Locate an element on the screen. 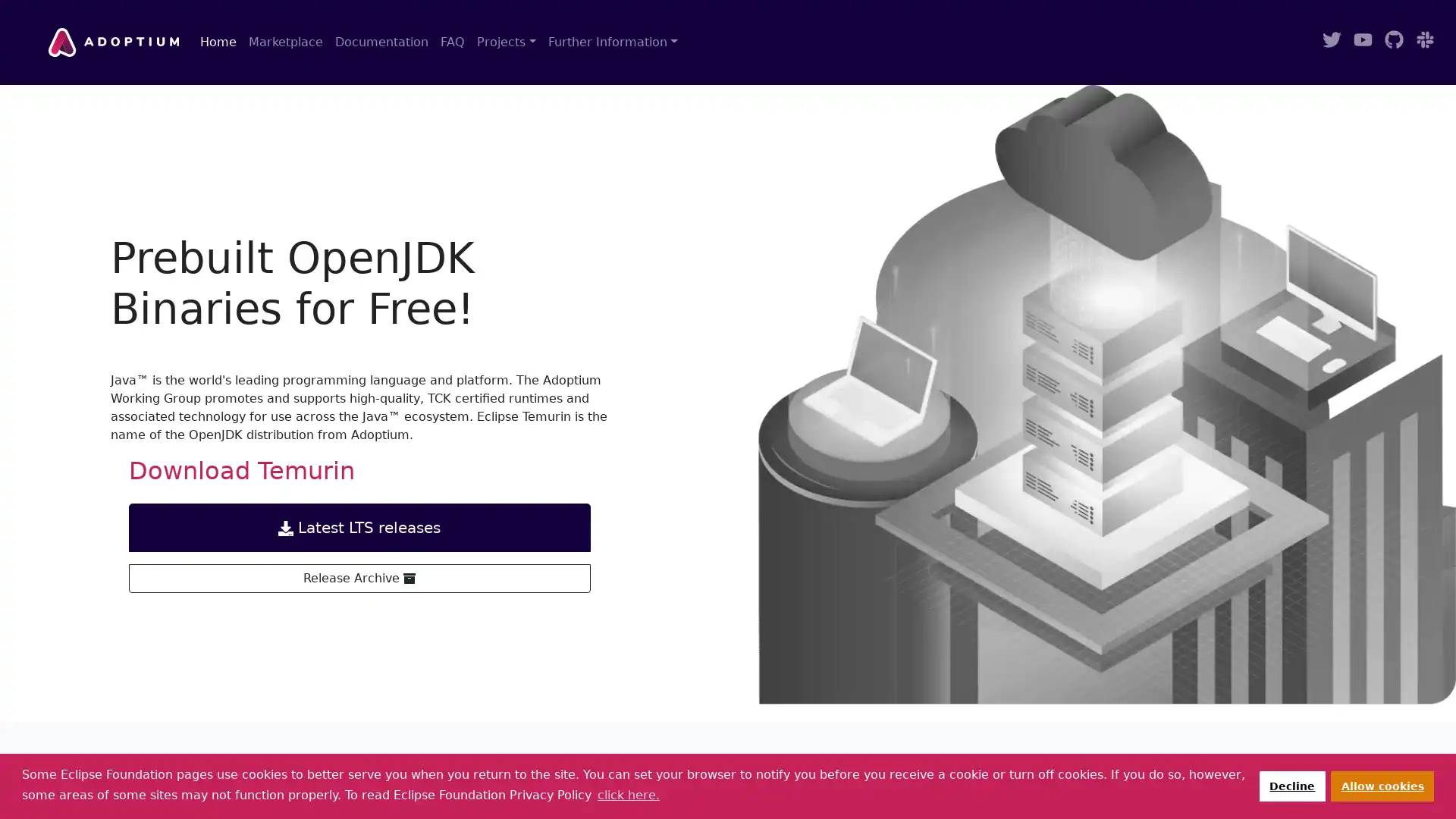  Further Information is located at coordinates (612, 42).